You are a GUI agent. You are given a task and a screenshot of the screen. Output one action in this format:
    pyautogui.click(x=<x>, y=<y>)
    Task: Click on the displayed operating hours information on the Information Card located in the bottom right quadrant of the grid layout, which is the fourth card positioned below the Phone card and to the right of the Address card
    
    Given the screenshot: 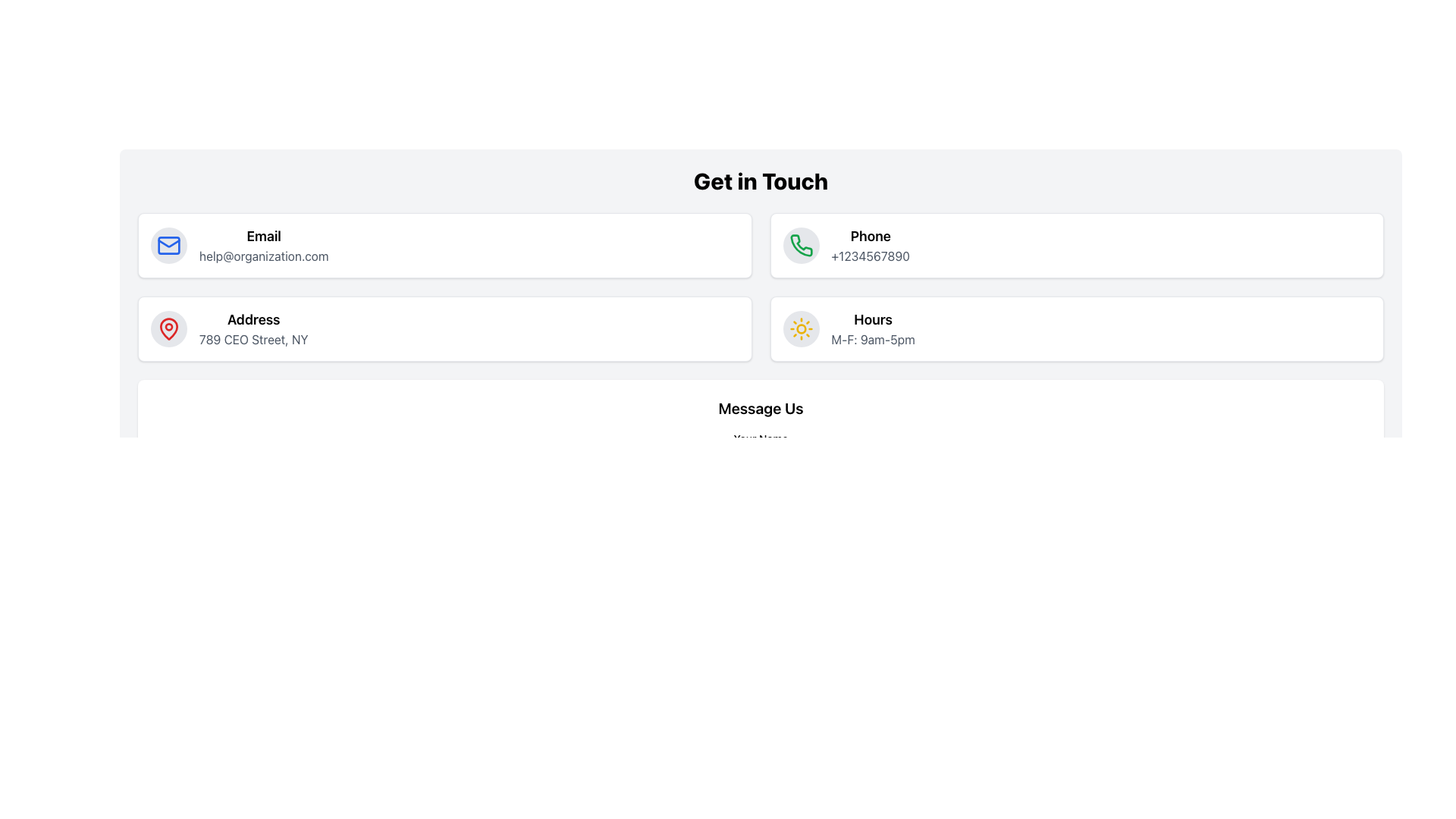 What is the action you would take?
    pyautogui.click(x=1076, y=328)
    